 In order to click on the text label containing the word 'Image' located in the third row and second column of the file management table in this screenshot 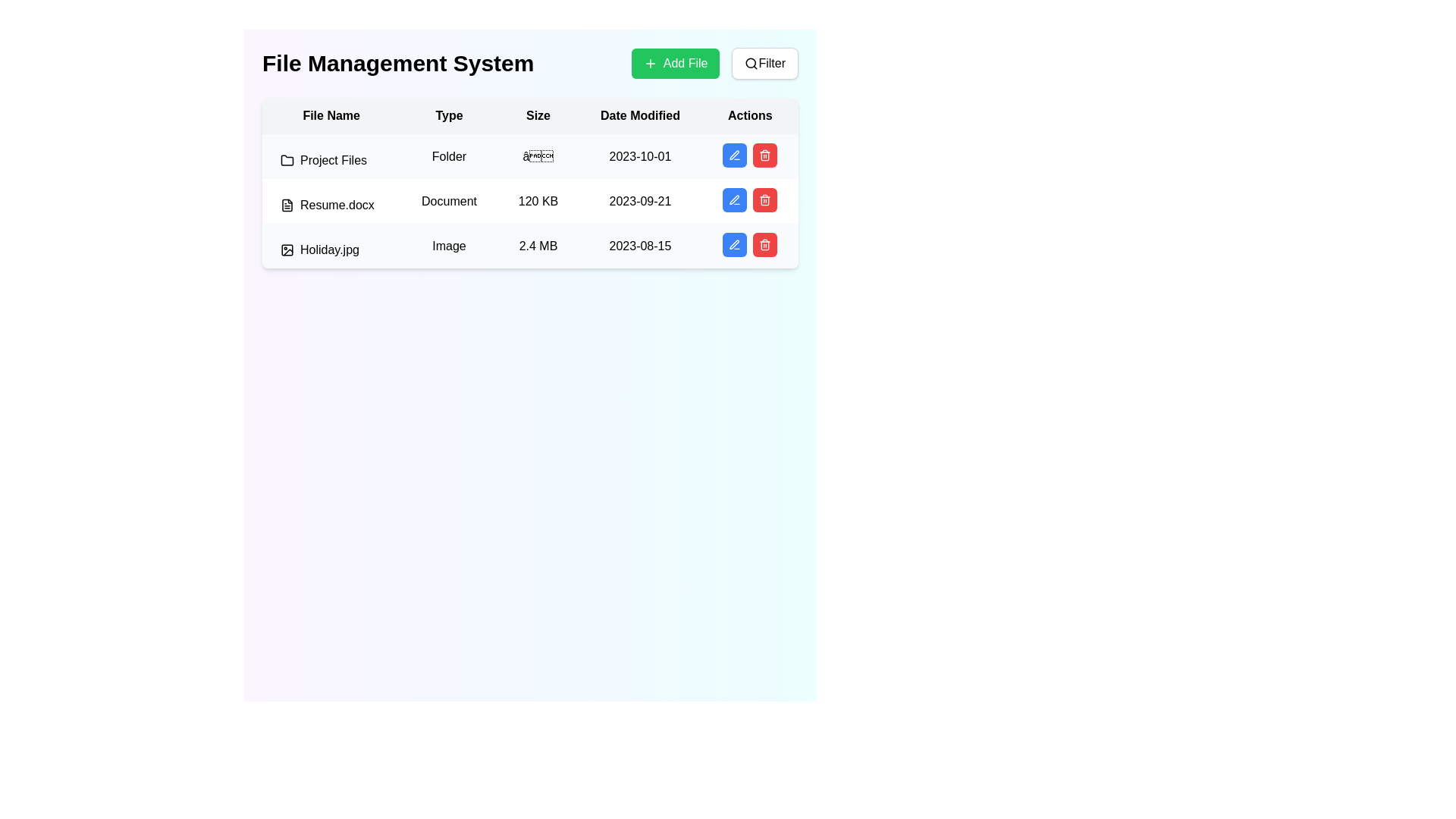, I will do `click(448, 245)`.